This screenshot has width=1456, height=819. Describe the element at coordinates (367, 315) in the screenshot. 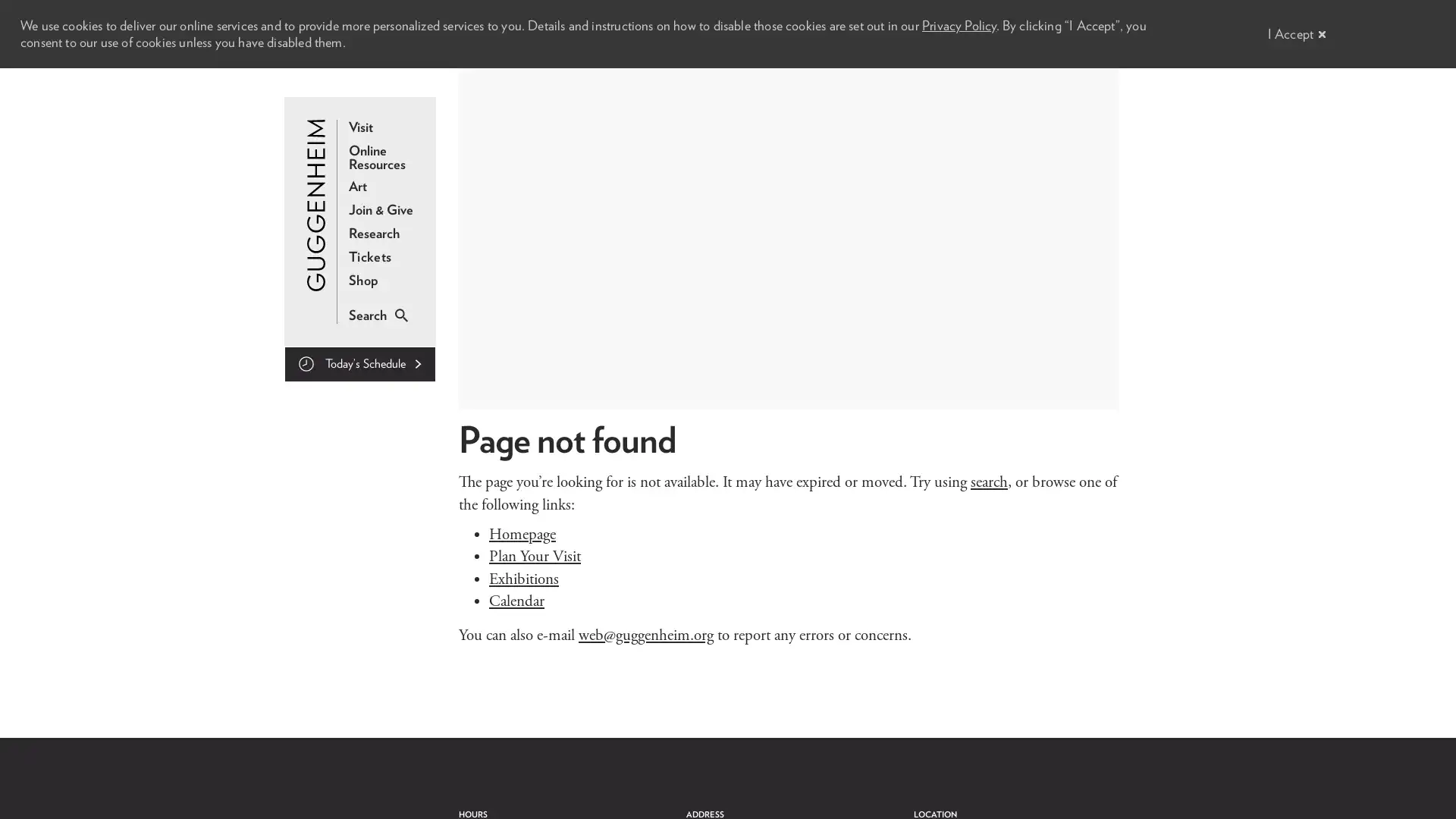

I see `Launch Search form` at that location.